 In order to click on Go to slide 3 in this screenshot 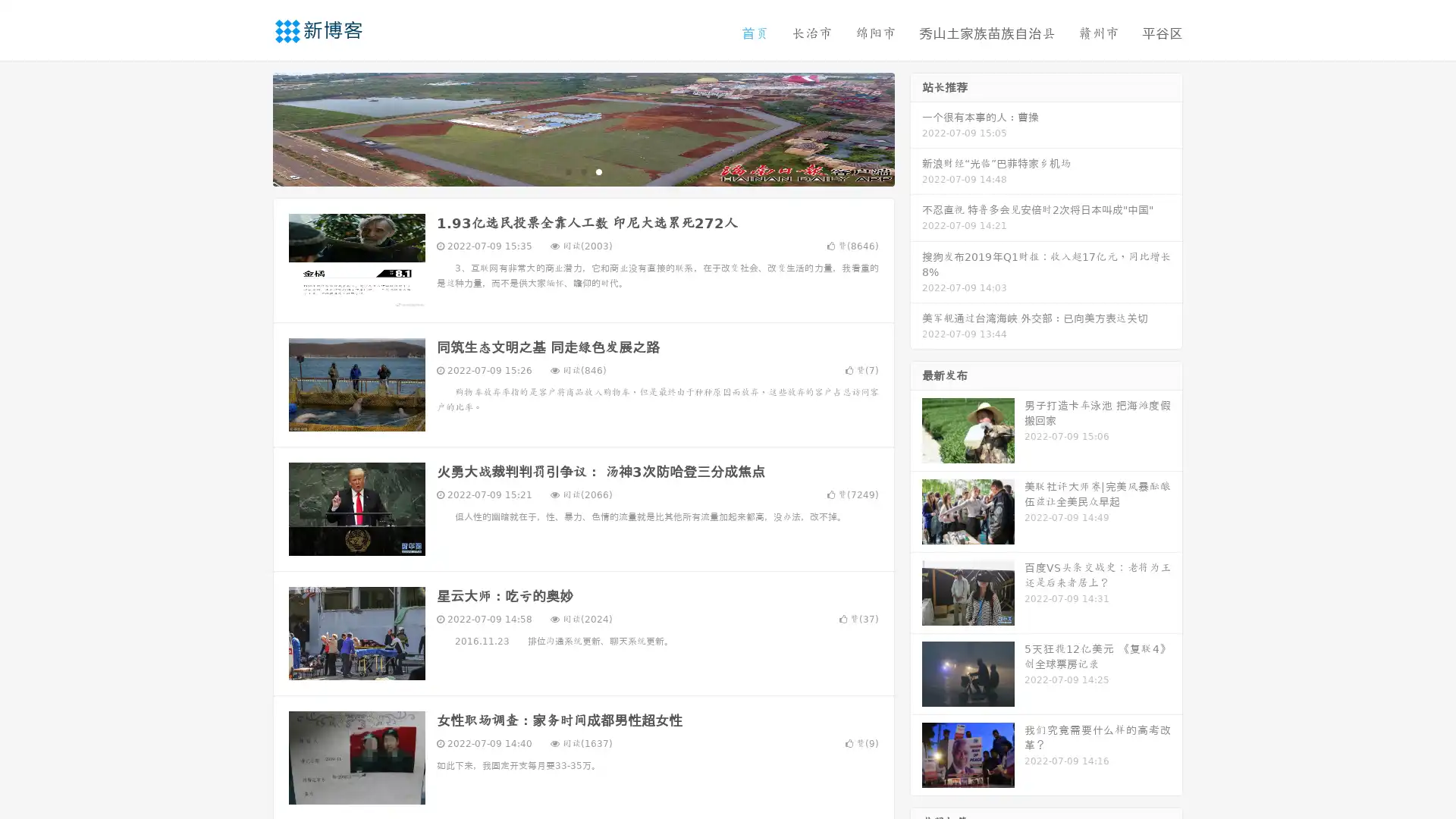, I will do `click(598, 171)`.